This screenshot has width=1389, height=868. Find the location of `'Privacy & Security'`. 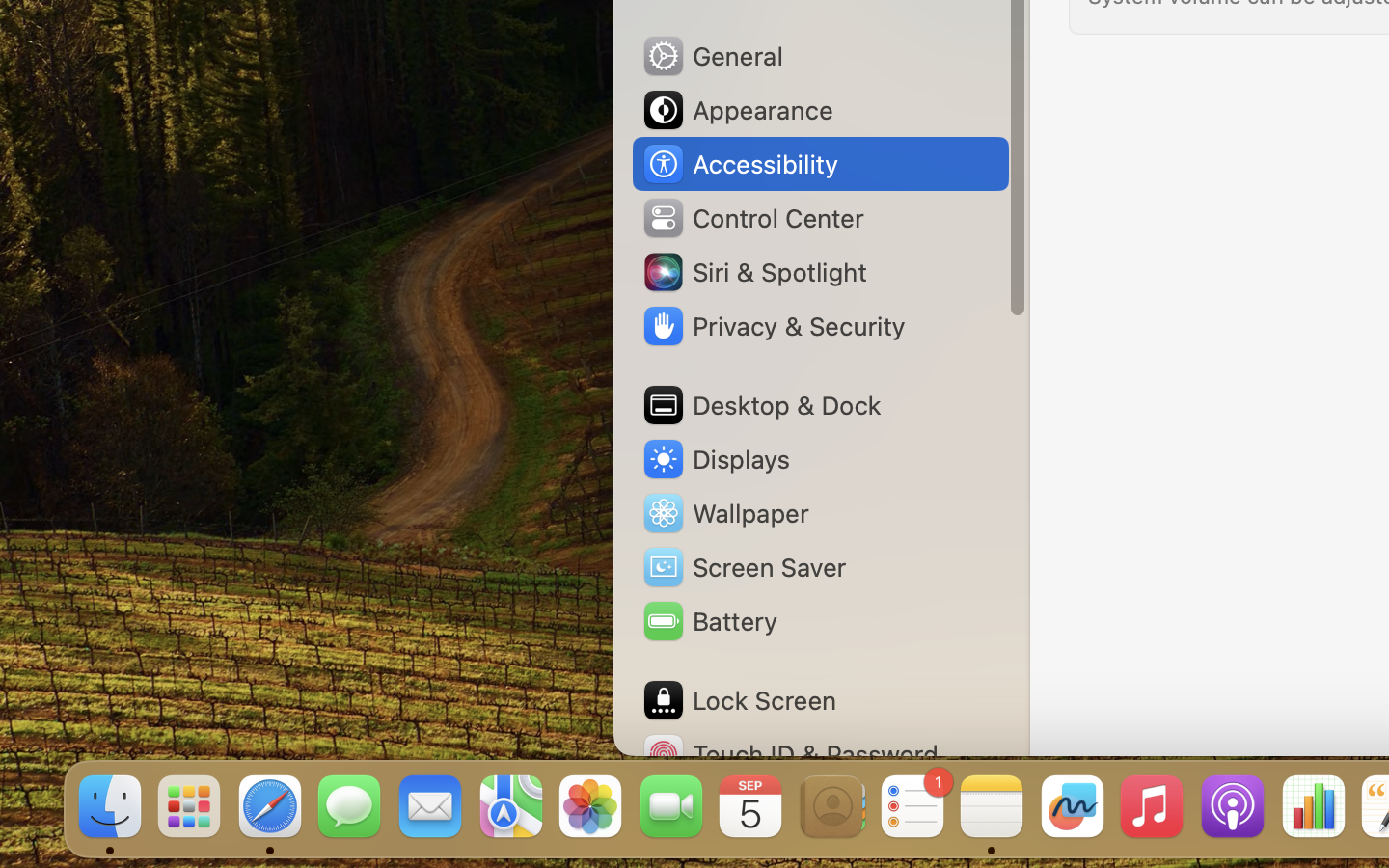

'Privacy & Security' is located at coordinates (773, 326).